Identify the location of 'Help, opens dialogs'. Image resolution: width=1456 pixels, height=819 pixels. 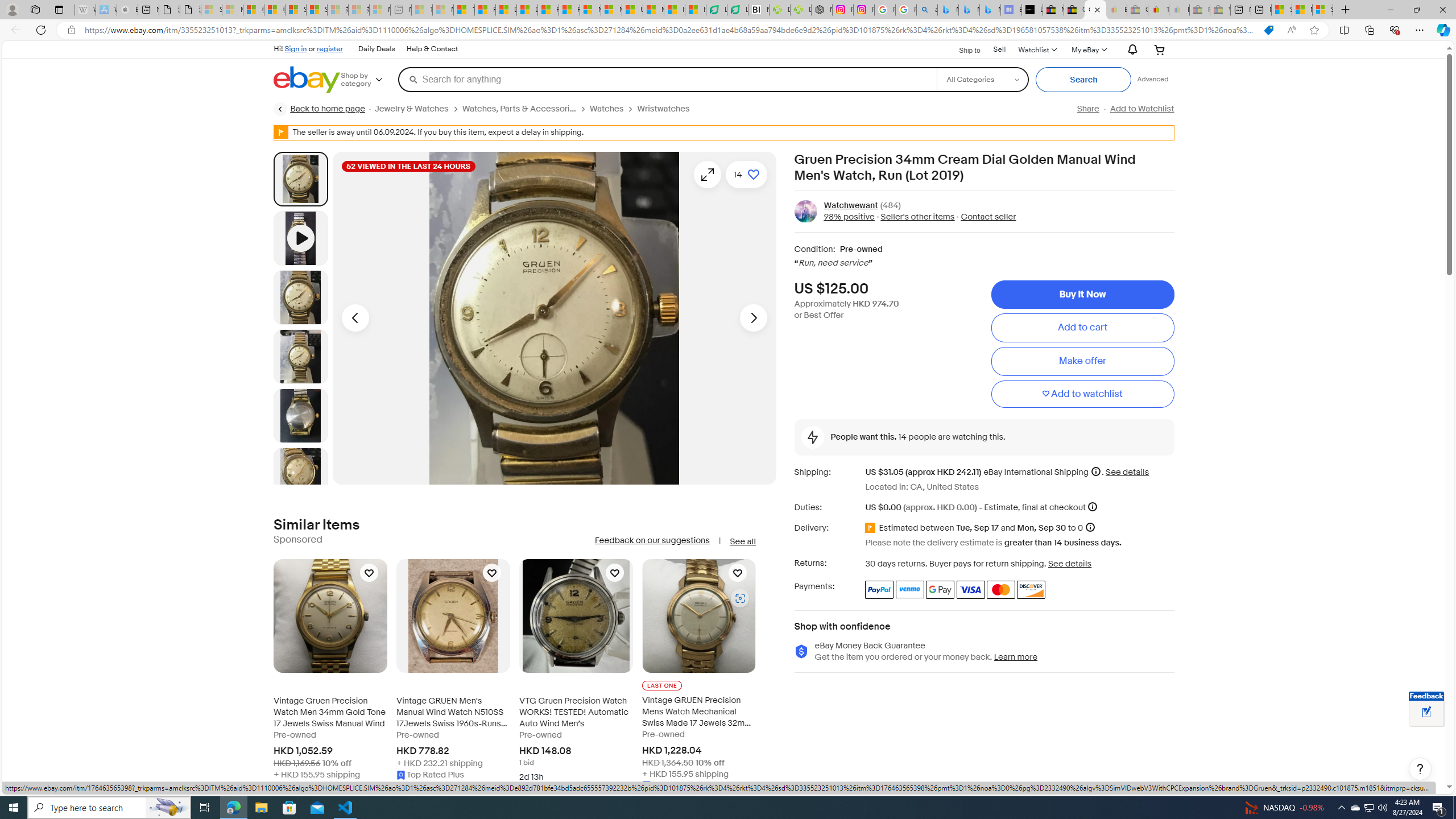
(1420, 768).